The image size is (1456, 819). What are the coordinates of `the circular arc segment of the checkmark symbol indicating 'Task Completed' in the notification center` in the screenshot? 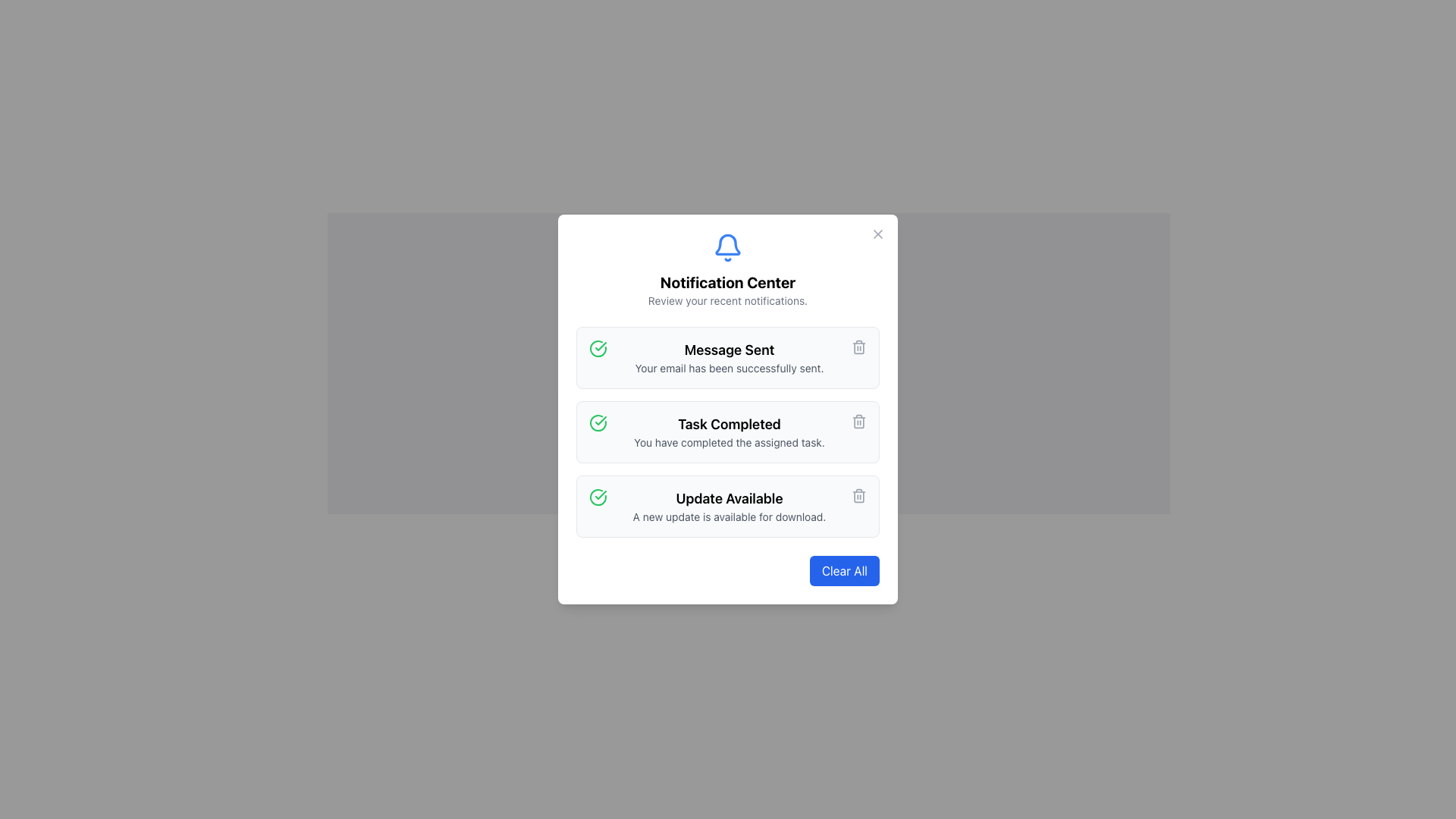 It's located at (597, 348).